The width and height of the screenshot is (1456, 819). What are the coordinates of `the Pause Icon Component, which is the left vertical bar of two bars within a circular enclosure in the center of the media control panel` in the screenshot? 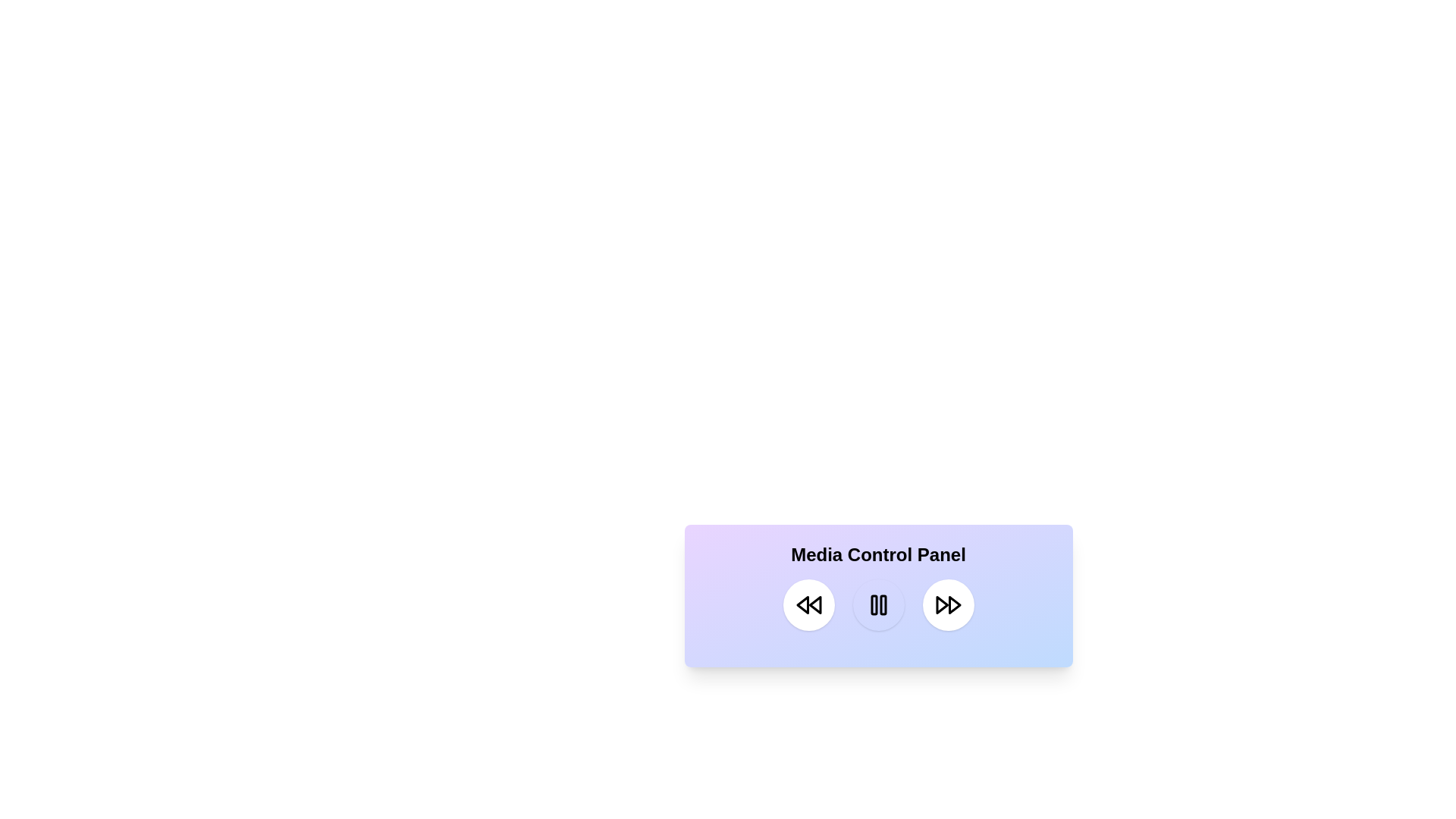 It's located at (874, 604).